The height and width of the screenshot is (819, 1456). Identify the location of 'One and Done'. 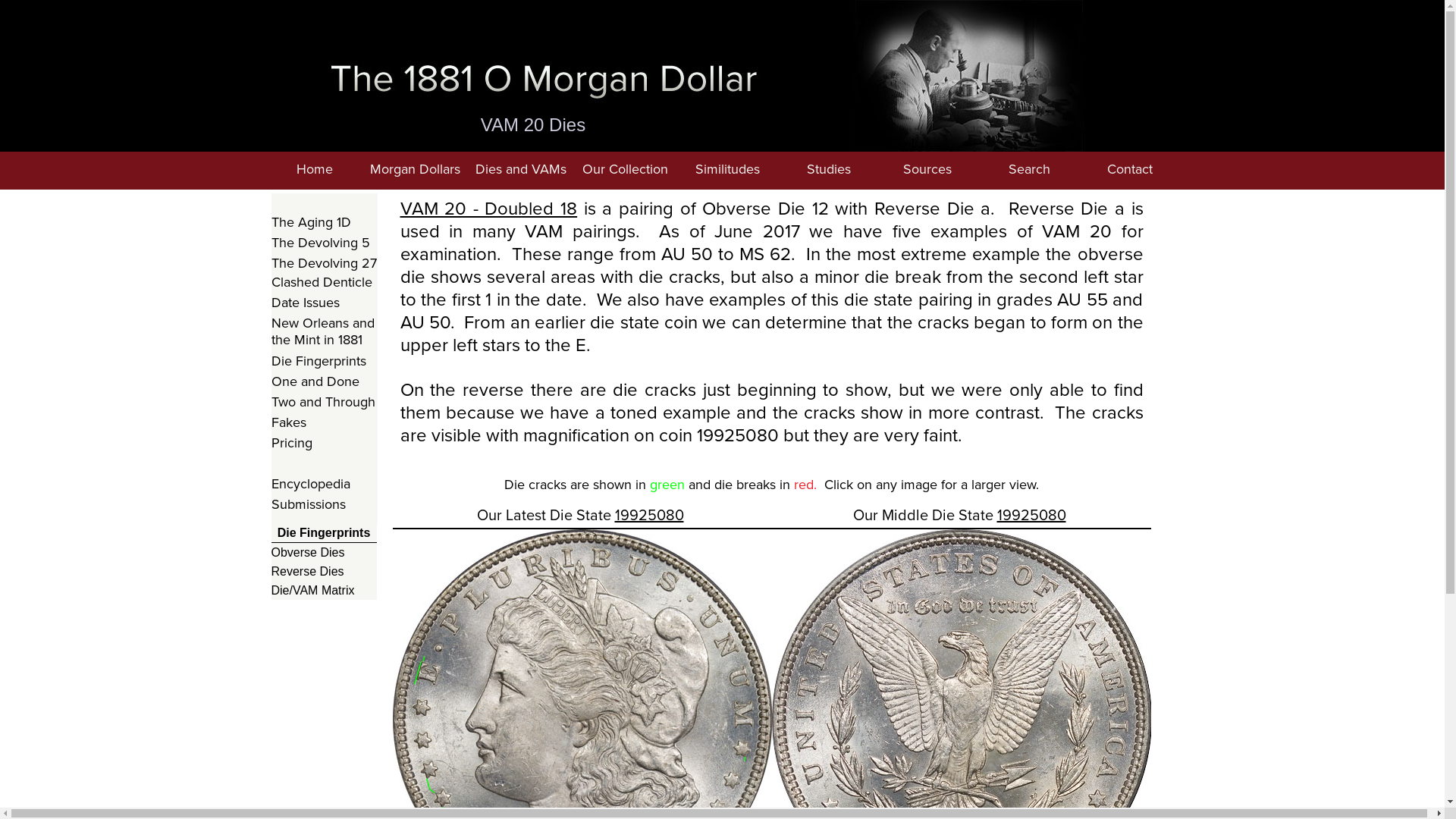
(323, 381).